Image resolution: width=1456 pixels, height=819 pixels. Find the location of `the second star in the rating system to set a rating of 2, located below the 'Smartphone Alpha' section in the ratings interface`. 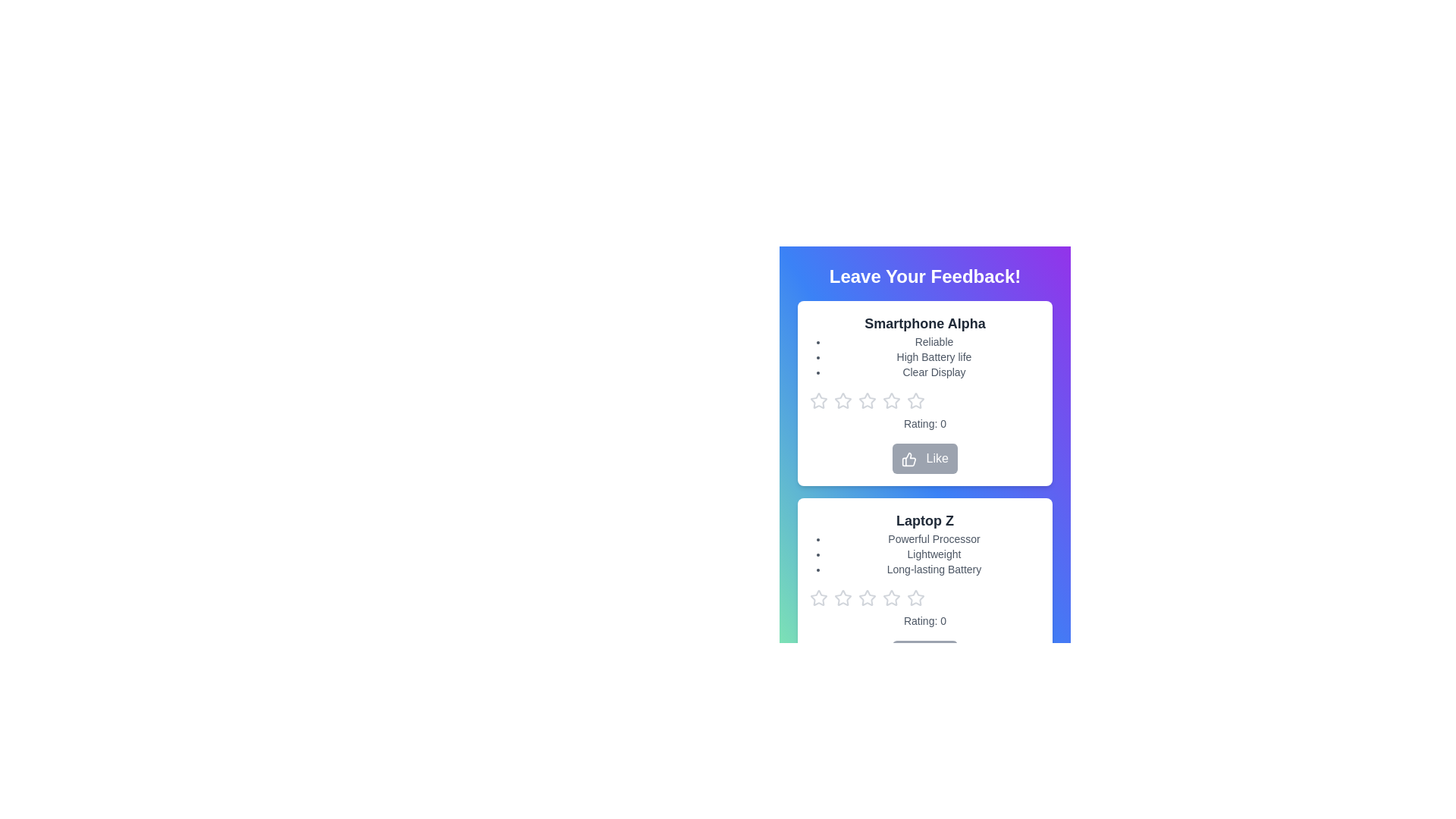

the second star in the rating system to set a rating of 2, located below the 'Smartphone Alpha' section in the ratings interface is located at coordinates (892, 400).